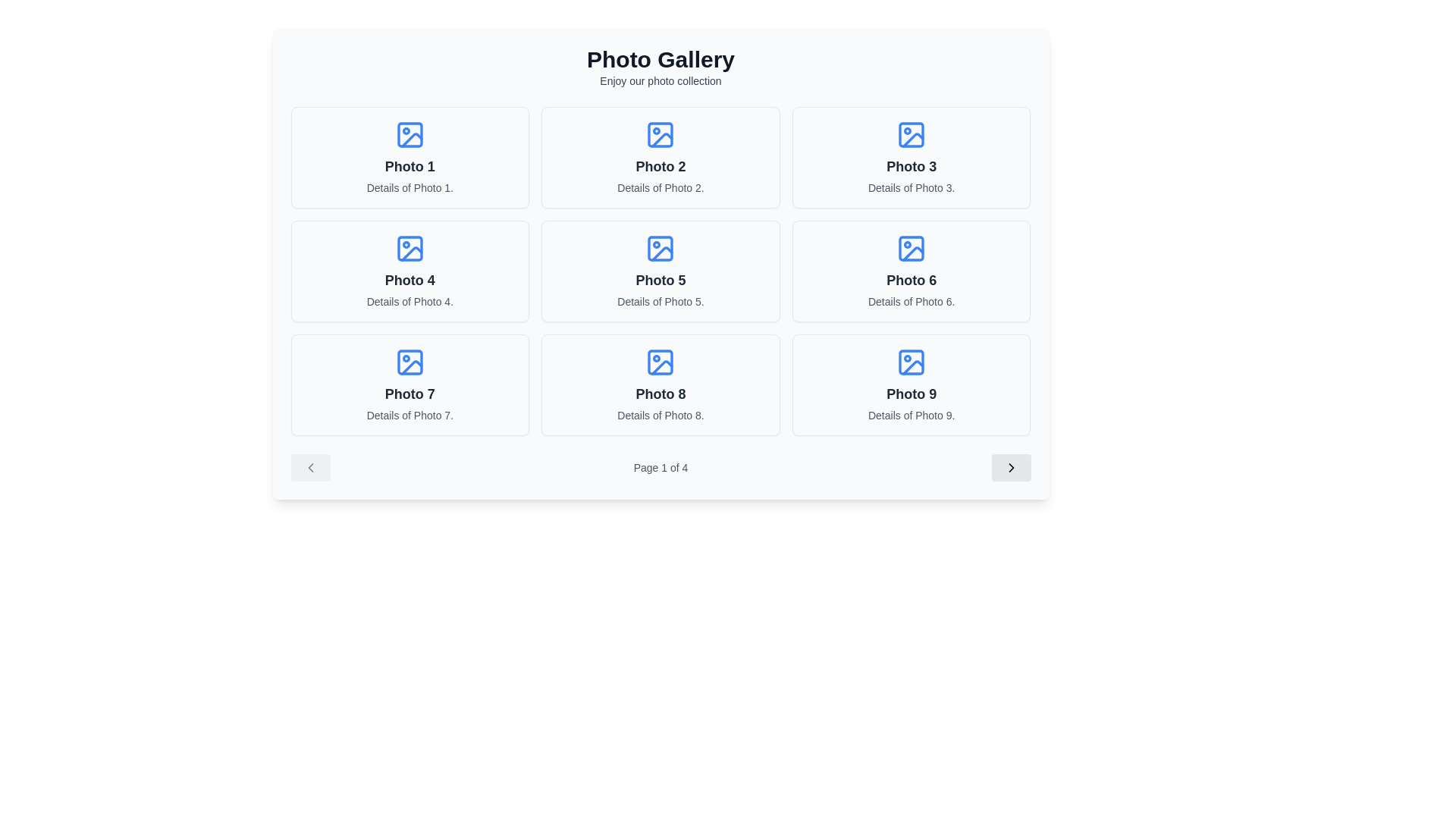 The height and width of the screenshot is (819, 1456). Describe the element at coordinates (661, 415) in the screenshot. I see `text label displaying 'Details of Photo 8.' located below the bold heading 'Photo 8' within the bordered card associated with 'Photo 8'` at that location.